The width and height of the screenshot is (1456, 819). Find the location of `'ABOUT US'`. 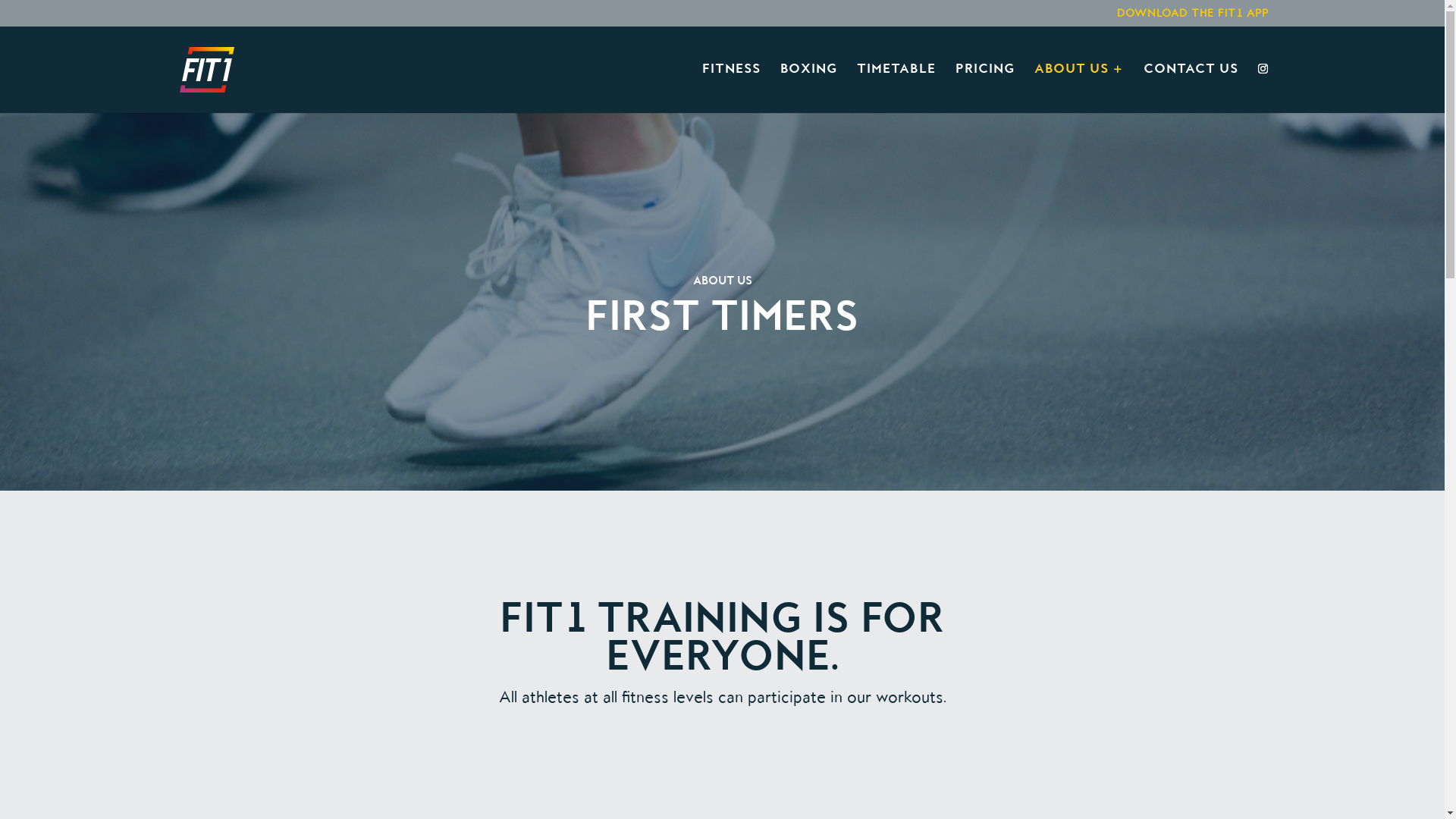

'ABOUT US' is located at coordinates (1078, 88).